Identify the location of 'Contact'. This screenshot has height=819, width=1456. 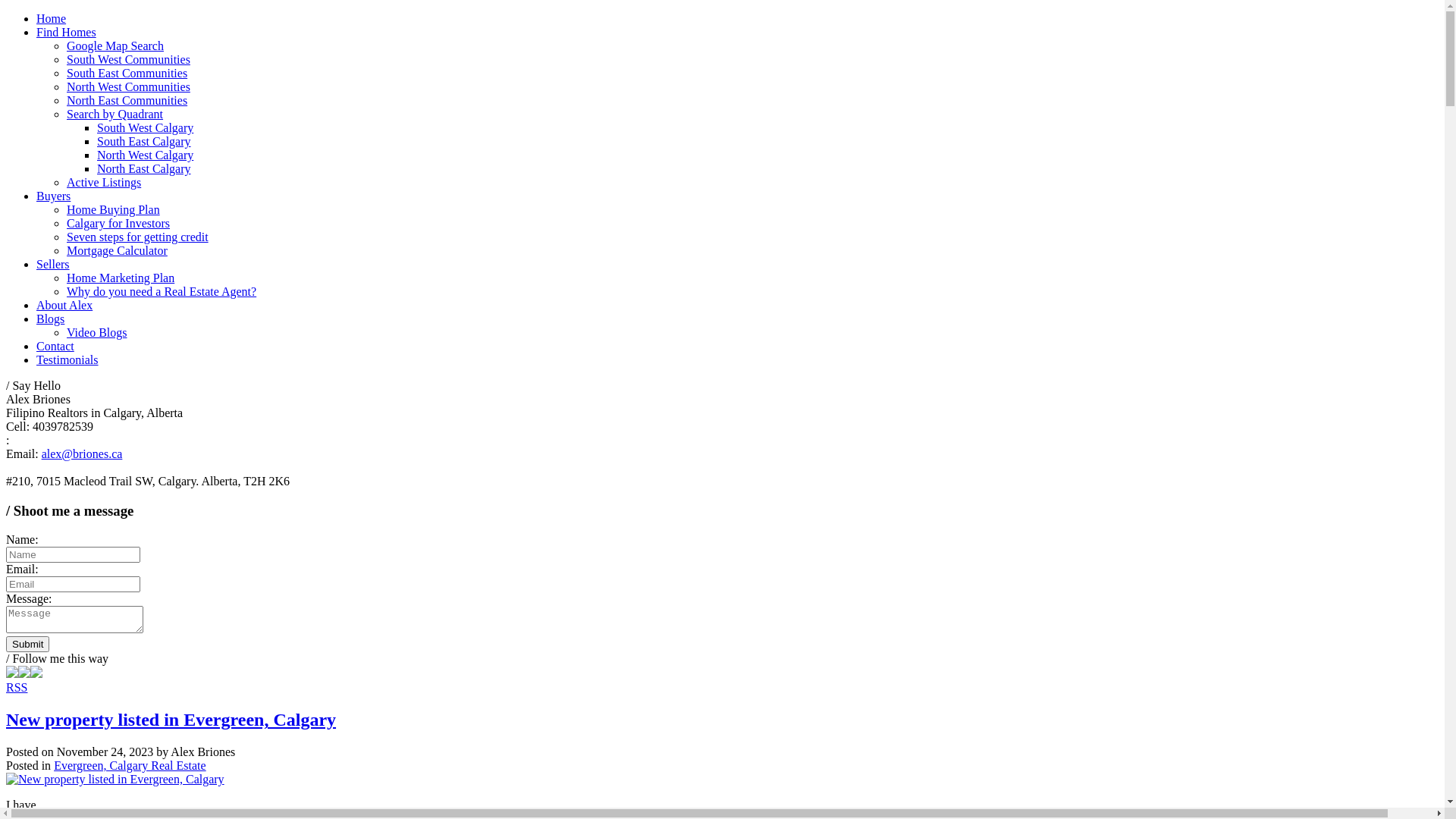
(36, 346).